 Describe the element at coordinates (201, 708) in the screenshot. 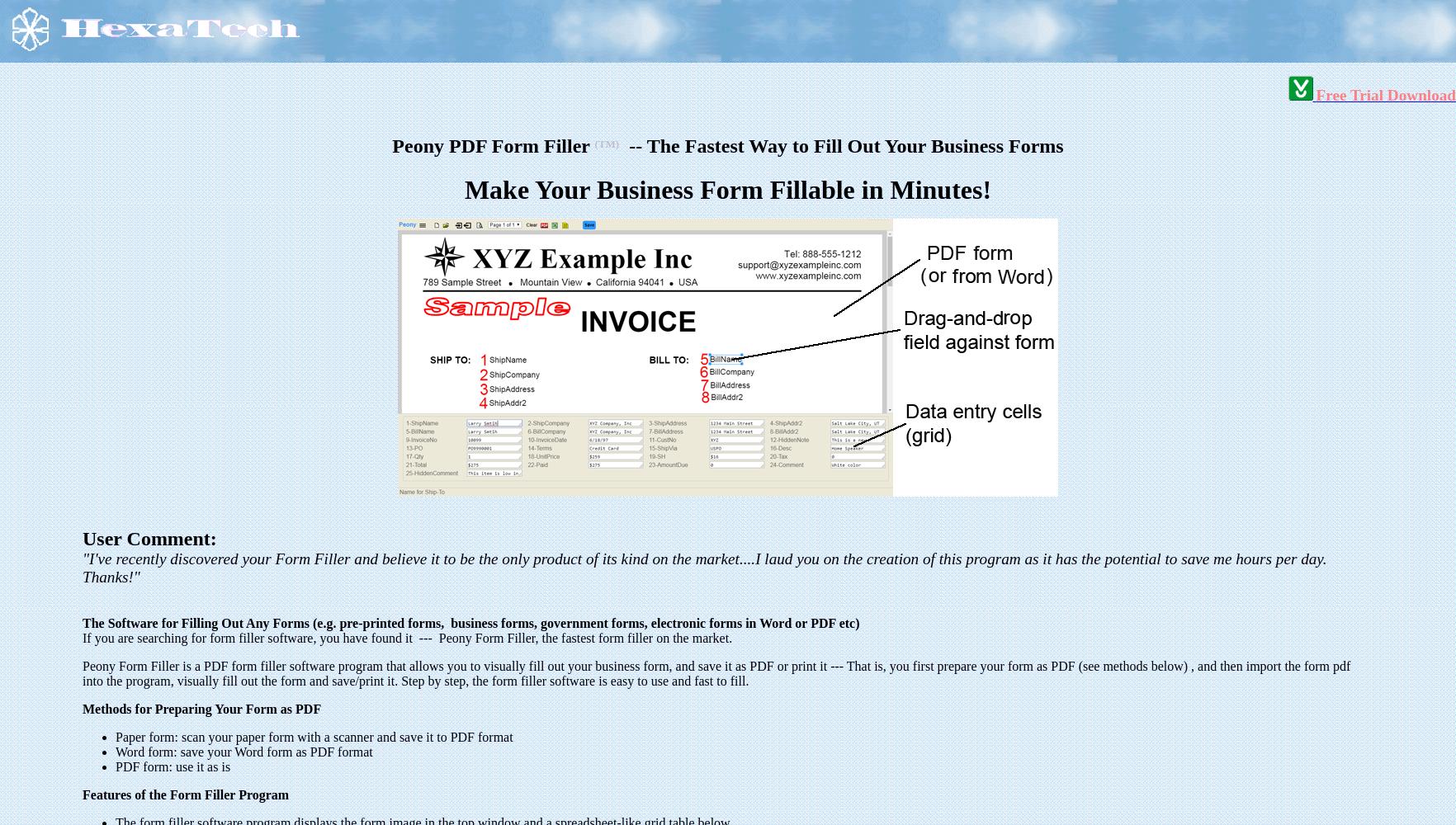

I see `'Methods for Preparing Your Form as PDF'` at that location.